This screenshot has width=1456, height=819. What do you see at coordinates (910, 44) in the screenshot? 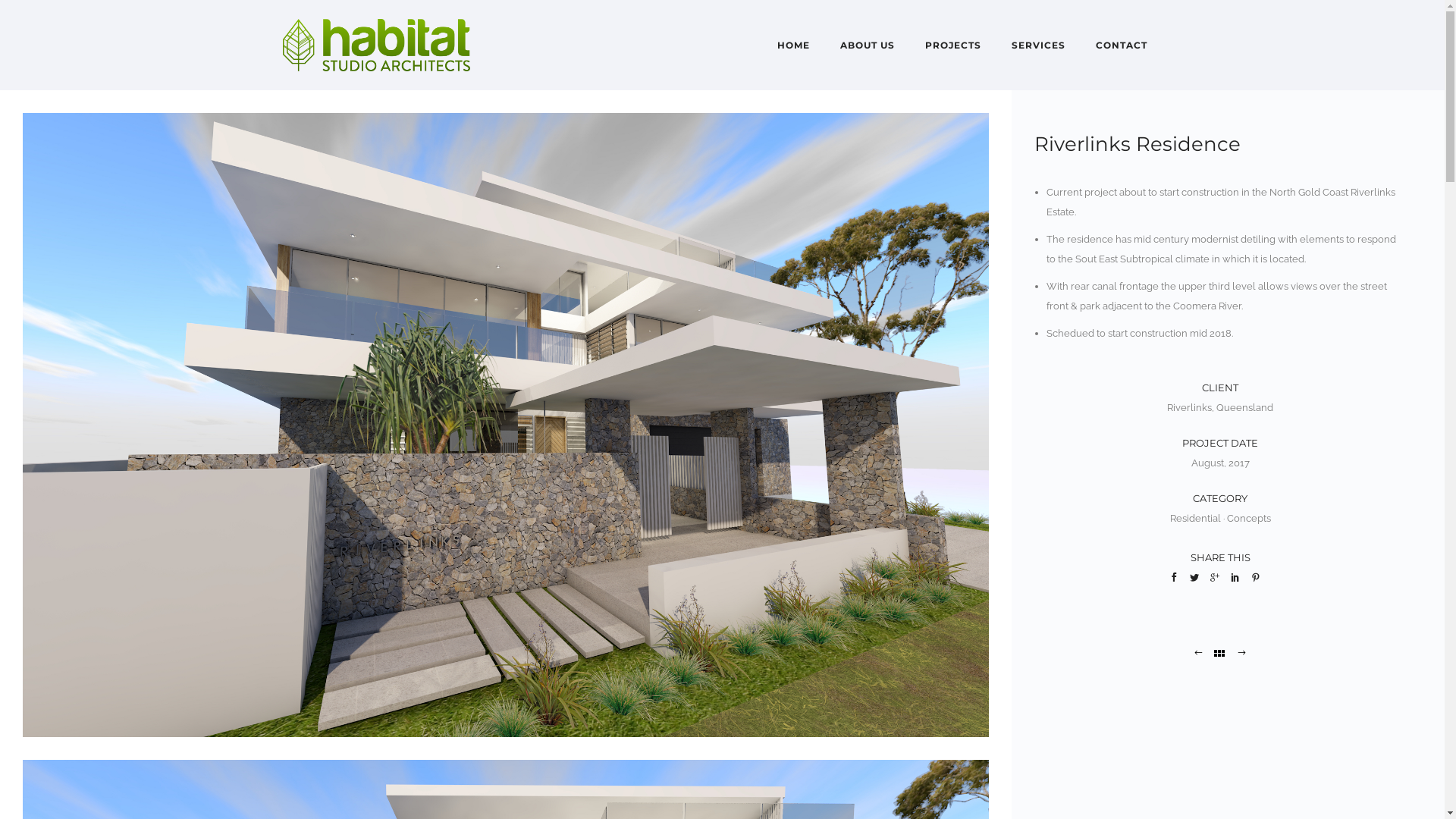
I see `'PROJECTS'` at bounding box center [910, 44].